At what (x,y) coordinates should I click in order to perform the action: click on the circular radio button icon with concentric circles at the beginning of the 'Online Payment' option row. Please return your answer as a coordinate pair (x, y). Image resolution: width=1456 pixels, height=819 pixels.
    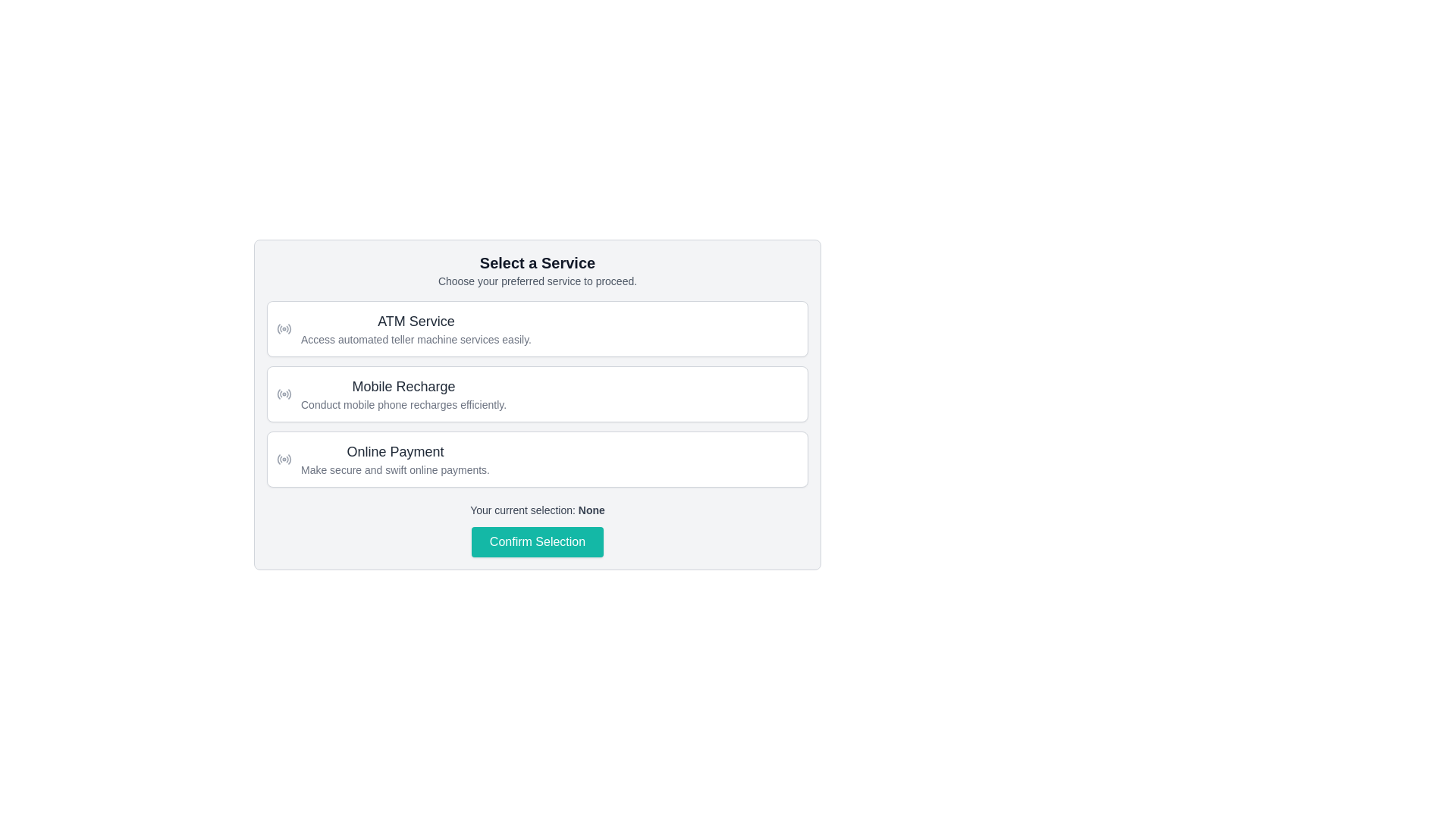
    Looking at the image, I should click on (284, 458).